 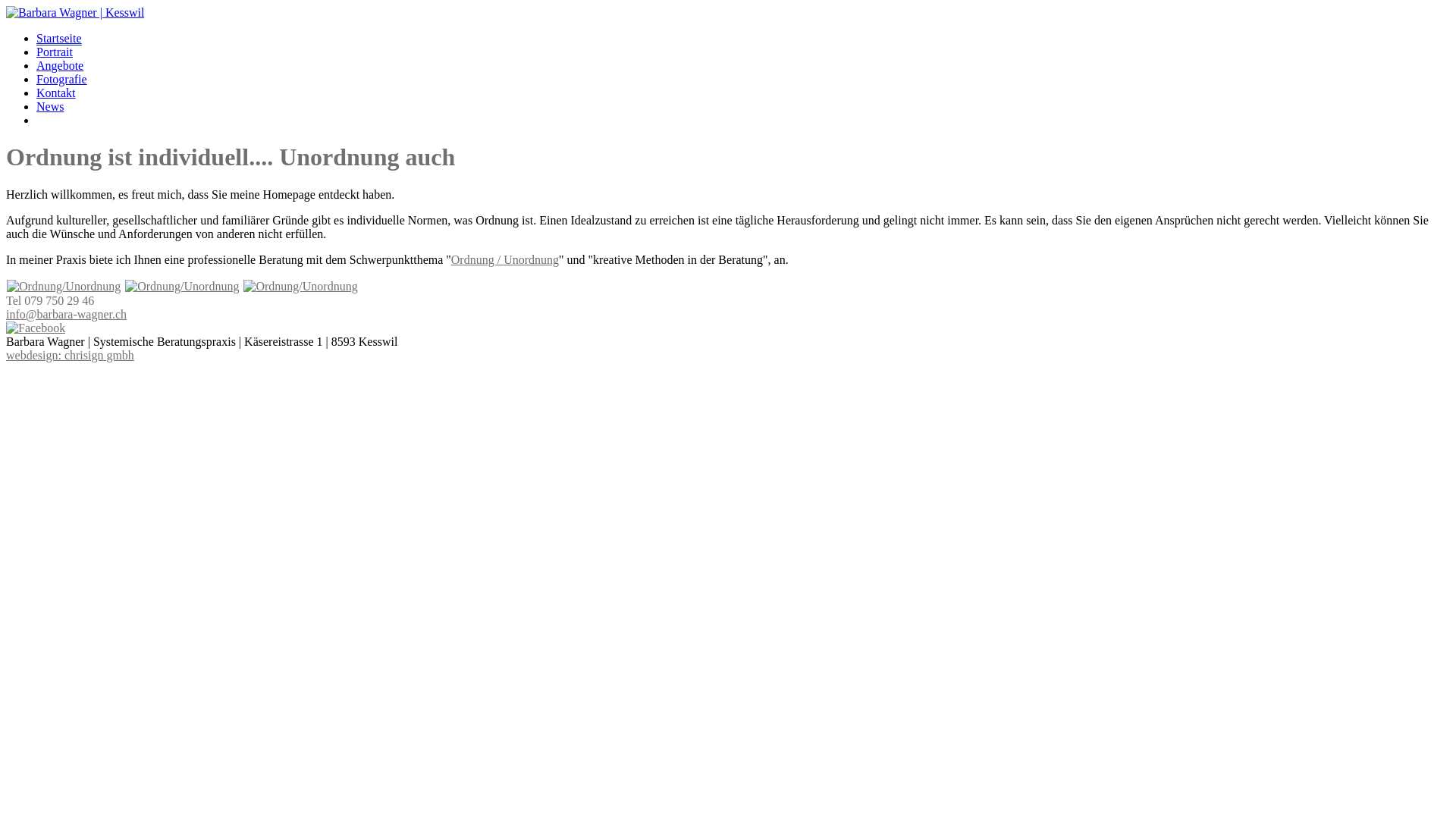 What do you see at coordinates (6, 286) in the screenshot?
I see `'Ordnung/Unordnung'` at bounding box center [6, 286].